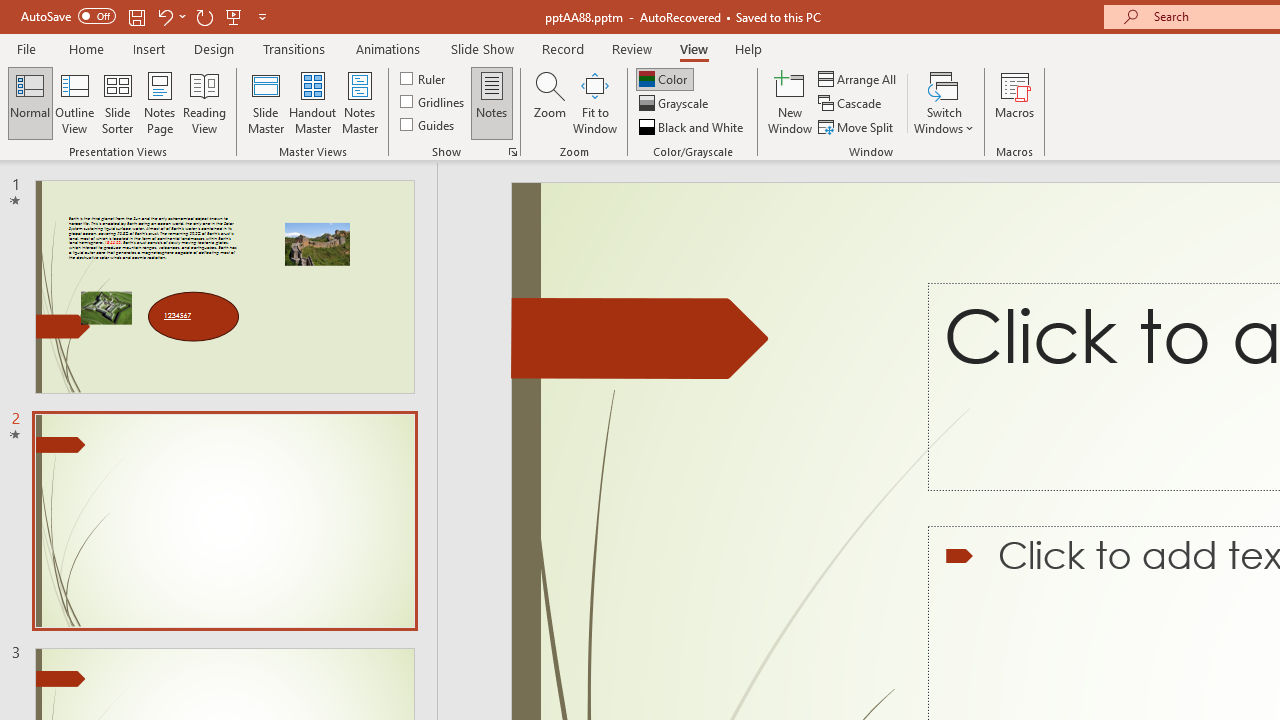 The image size is (1280, 720). What do you see at coordinates (549, 103) in the screenshot?
I see `'Zoom...'` at bounding box center [549, 103].